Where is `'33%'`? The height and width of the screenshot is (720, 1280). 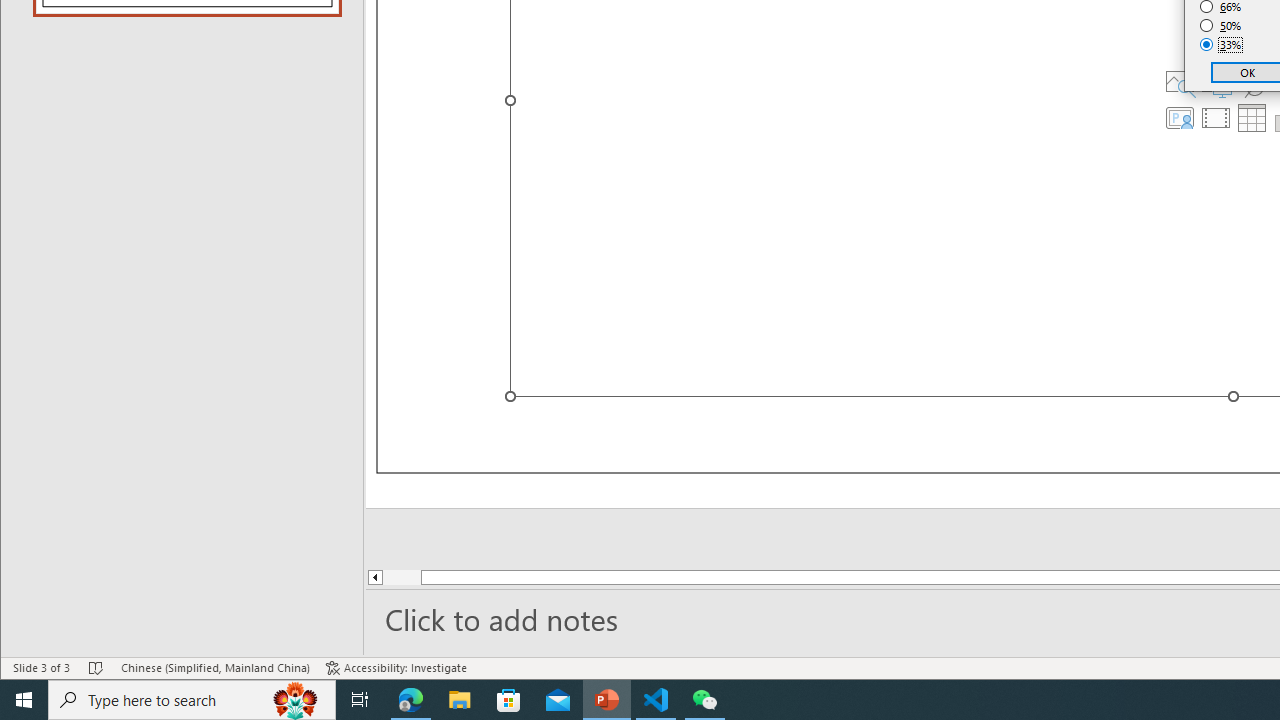 '33%' is located at coordinates (1220, 45).